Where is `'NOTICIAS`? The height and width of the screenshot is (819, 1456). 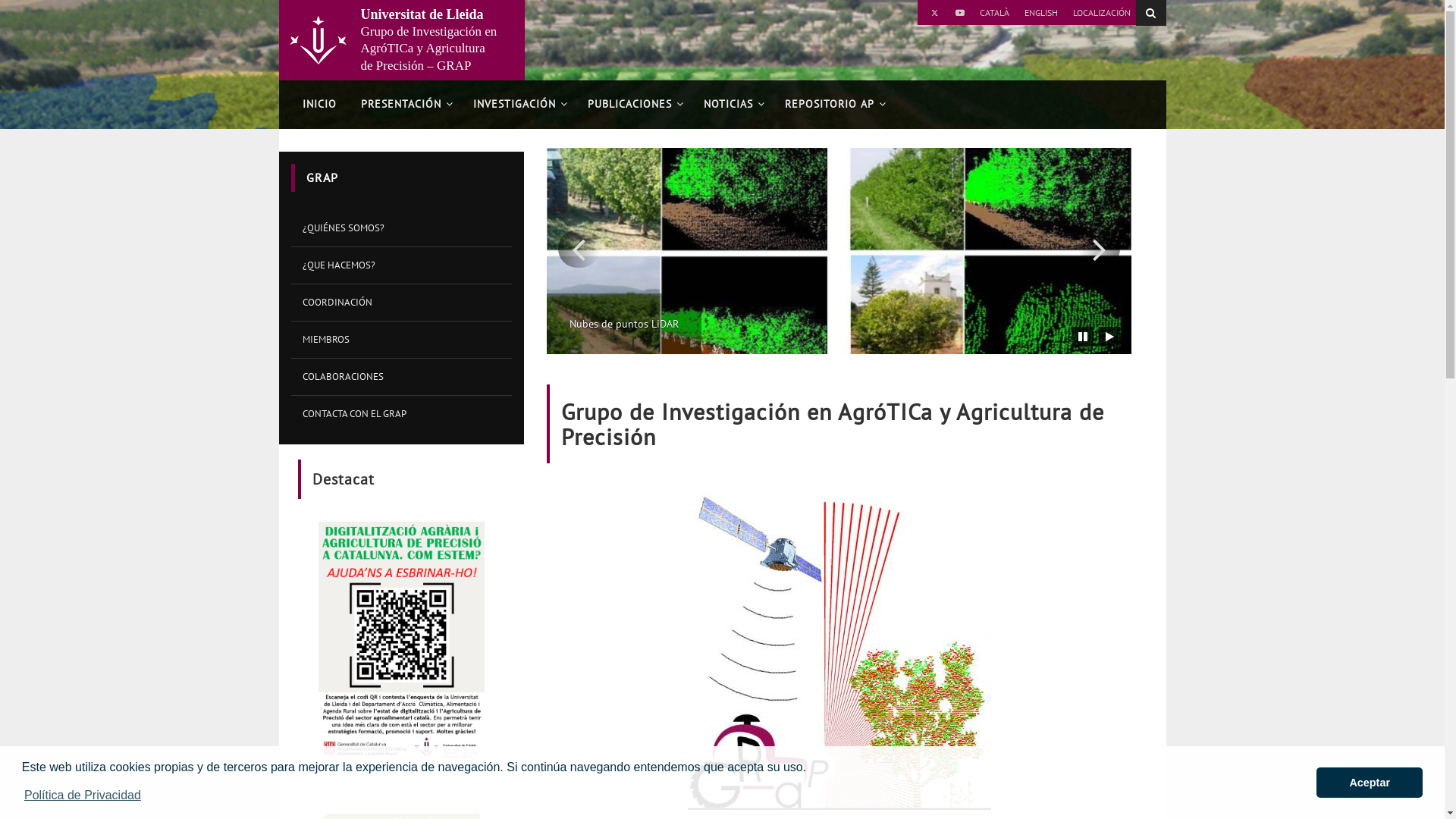 'NOTICIAS is located at coordinates (732, 104).